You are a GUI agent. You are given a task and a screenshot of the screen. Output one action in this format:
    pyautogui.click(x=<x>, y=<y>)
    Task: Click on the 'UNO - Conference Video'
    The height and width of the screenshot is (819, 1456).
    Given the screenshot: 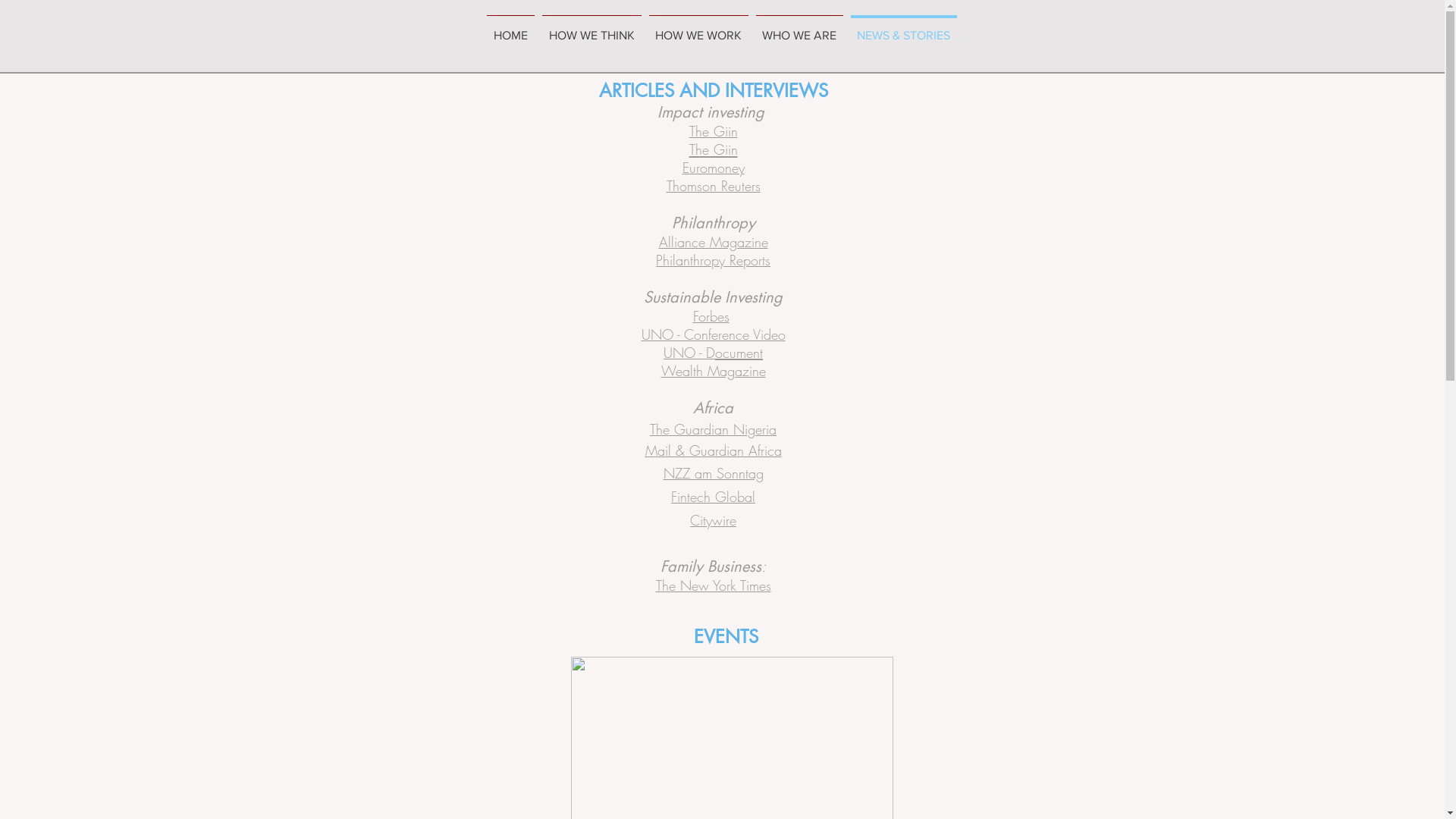 What is the action you would take?
    pyautogui.click(x=641, y=333)
    